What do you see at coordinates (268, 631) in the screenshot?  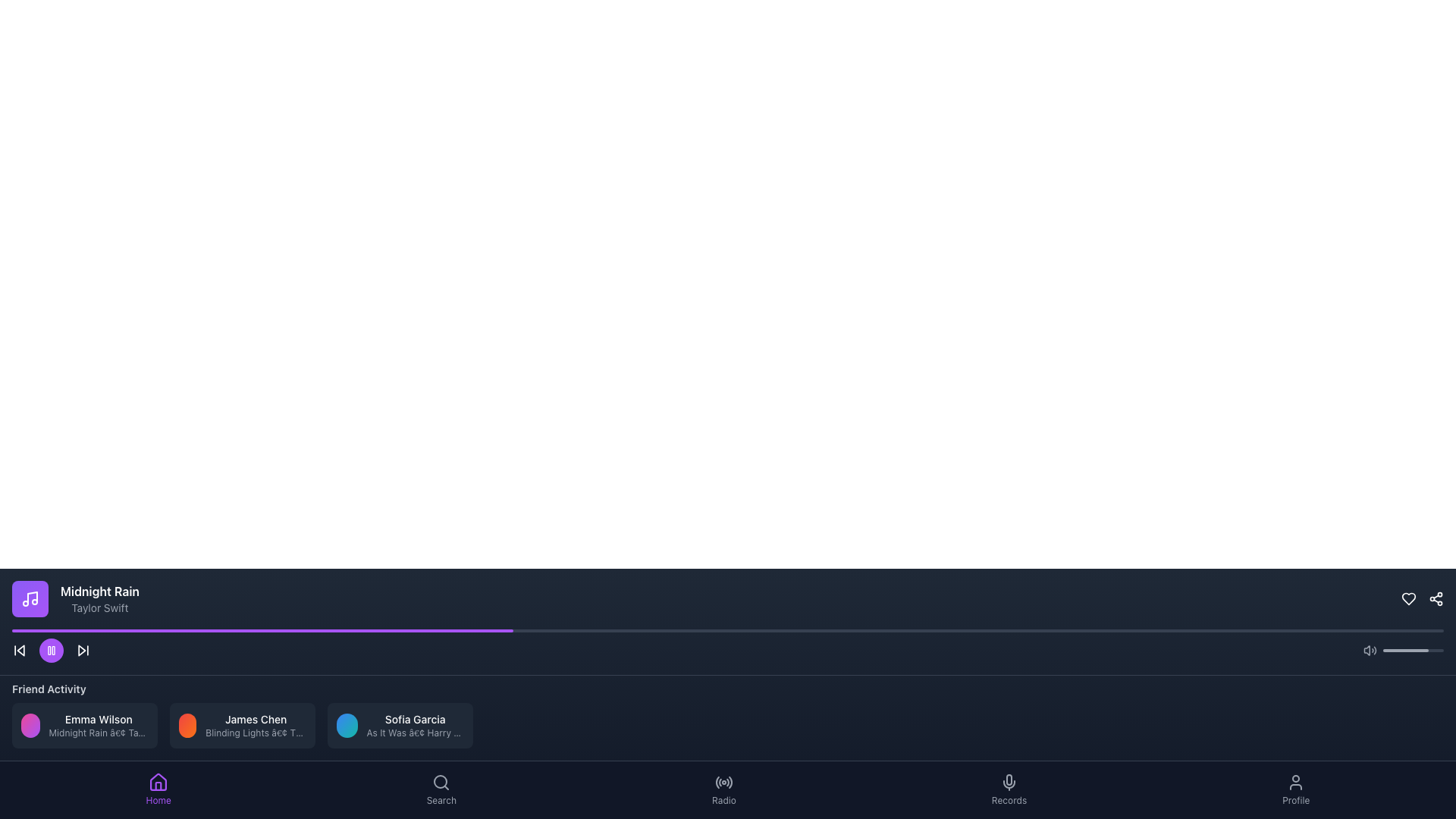 I see `the progress bar` at bounding box center [268, 631].